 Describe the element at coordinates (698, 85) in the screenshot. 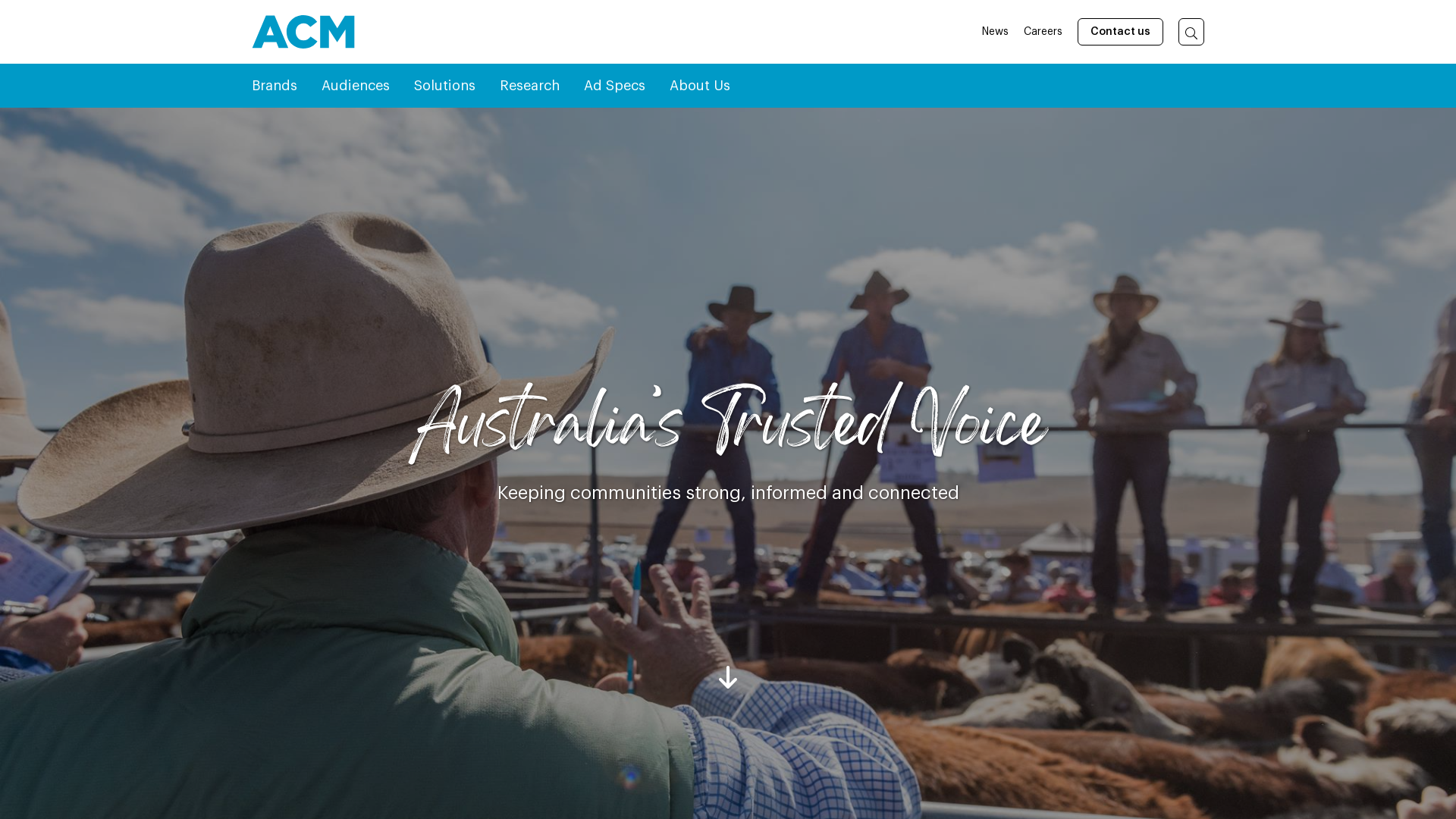

I see `'About Us'` at that location.